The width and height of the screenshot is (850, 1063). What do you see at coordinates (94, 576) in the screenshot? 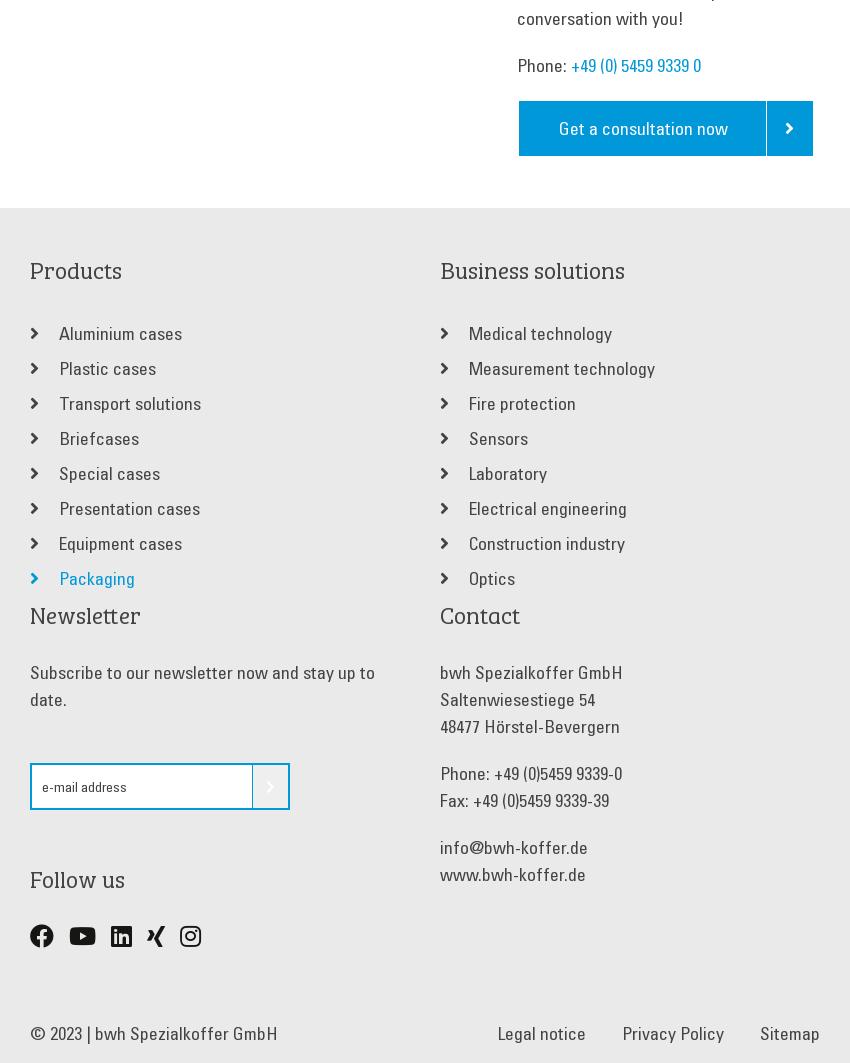
I see `'Packaging'` at bounding box center [94, 576].